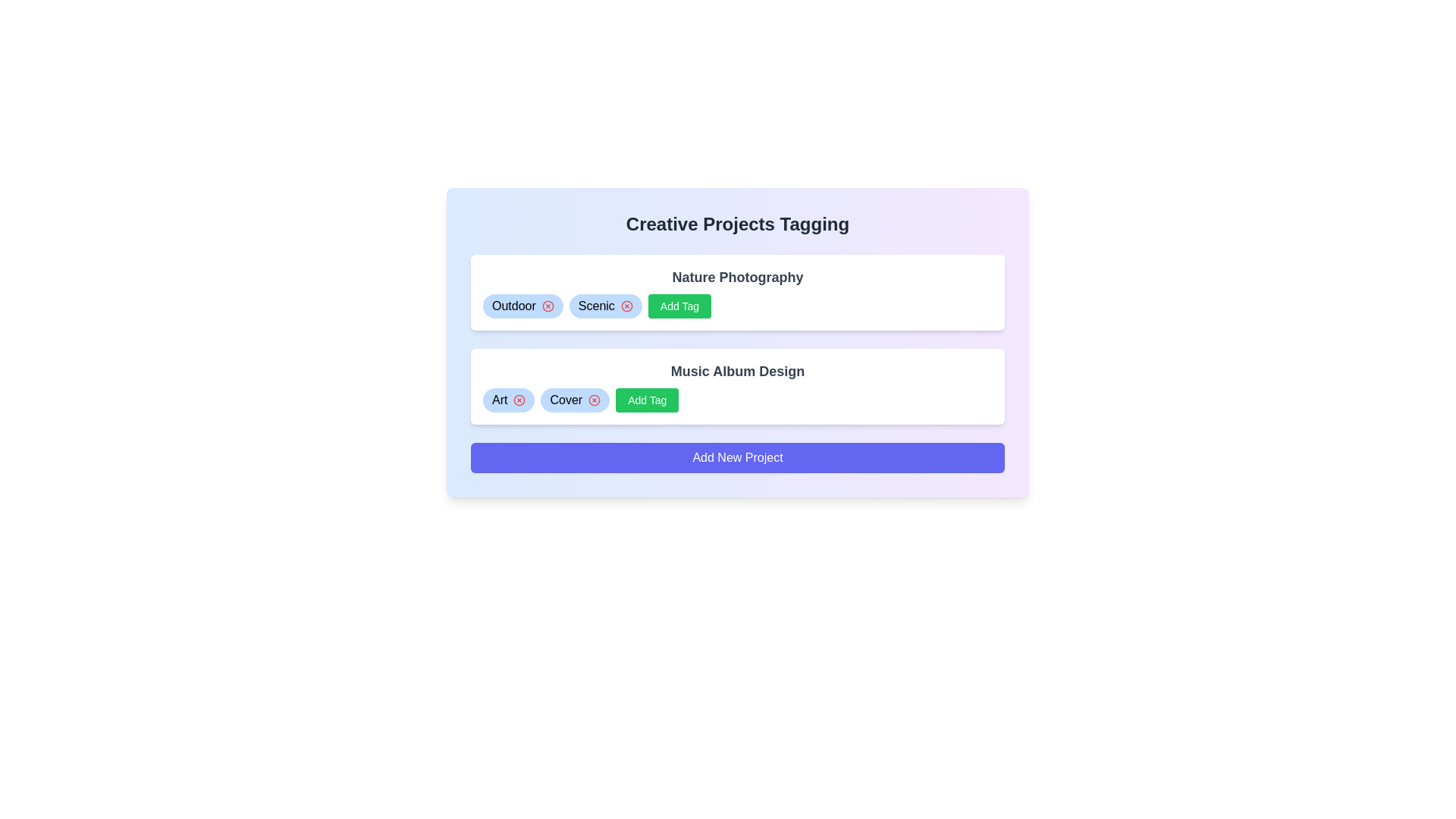 The image size is (1456, 819). Describe the element at coordinates (547, 306) in the screenshot. I see `the close button located on the far right side of the 'Outdoor' label` at that location.